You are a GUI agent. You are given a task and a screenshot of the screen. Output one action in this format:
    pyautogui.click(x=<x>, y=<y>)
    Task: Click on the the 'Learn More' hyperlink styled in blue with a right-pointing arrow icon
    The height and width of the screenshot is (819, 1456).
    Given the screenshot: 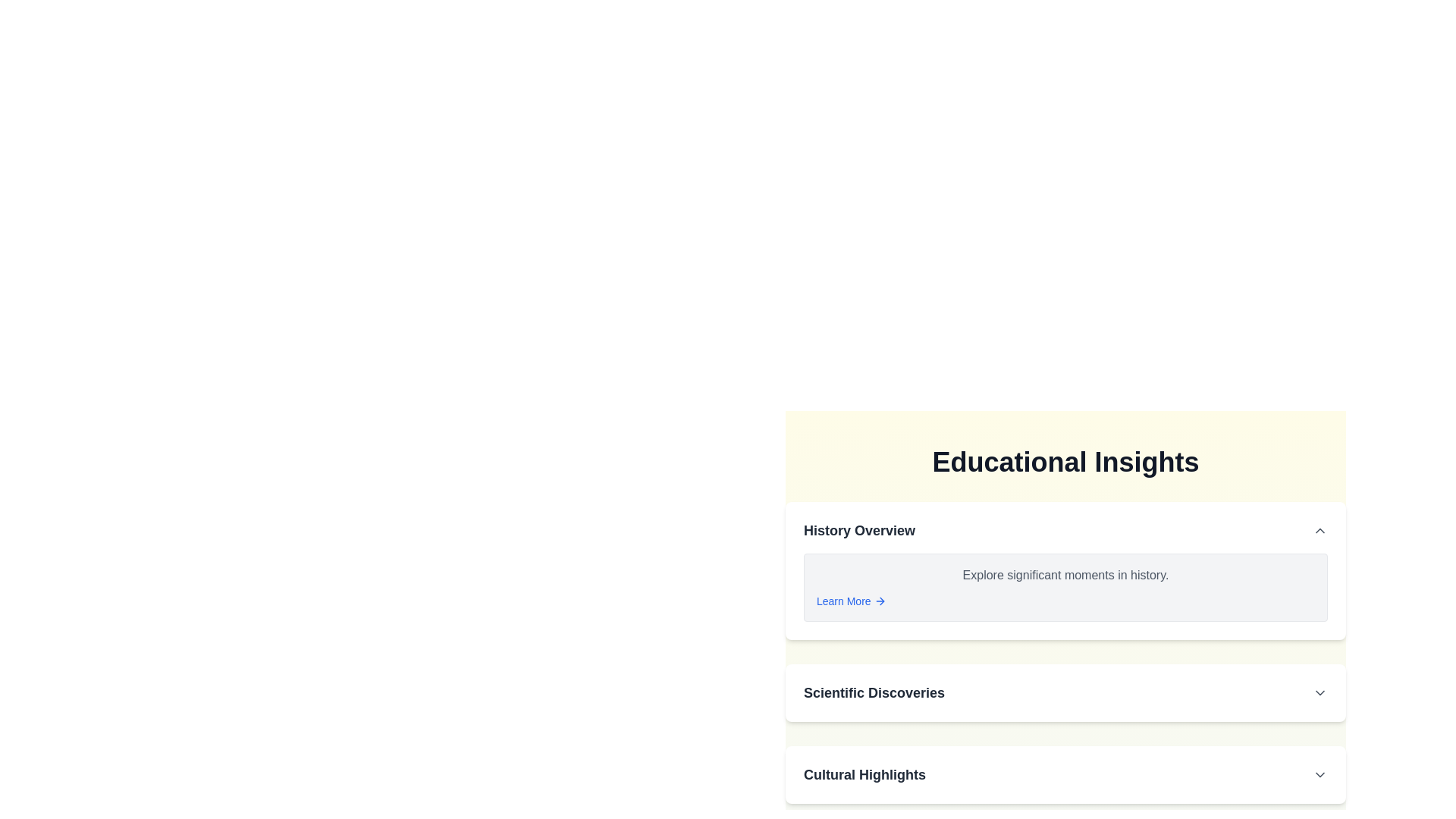 What is the action you would take?
    pyautogui.click(x=851, y=601)
    